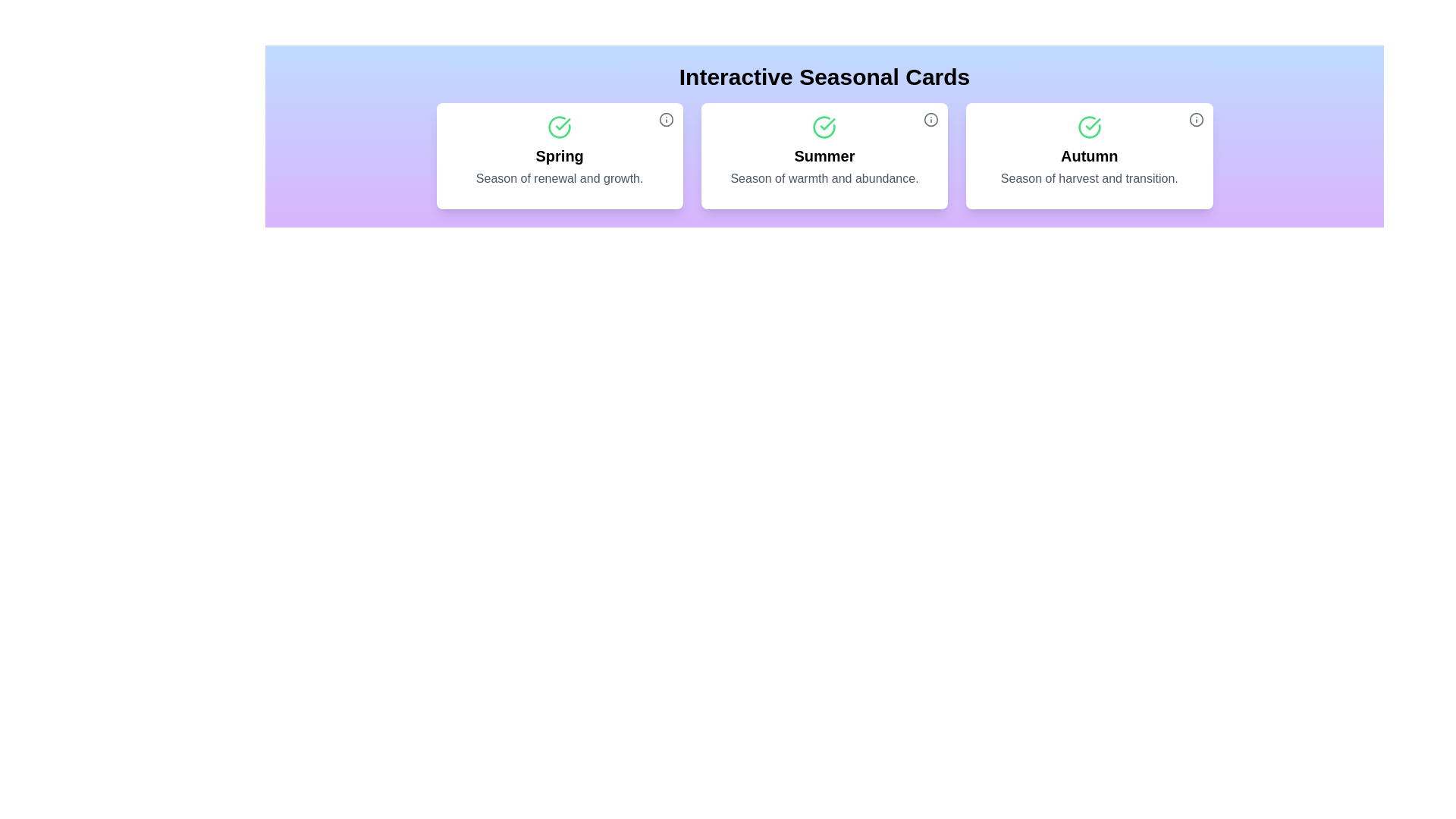 The height and width of the screenshot is (819, 1456). I want to click on the visual display card presenting information about the season of Spring, which is the first card in a grid layout of seasonal cards, so click(559, 155).